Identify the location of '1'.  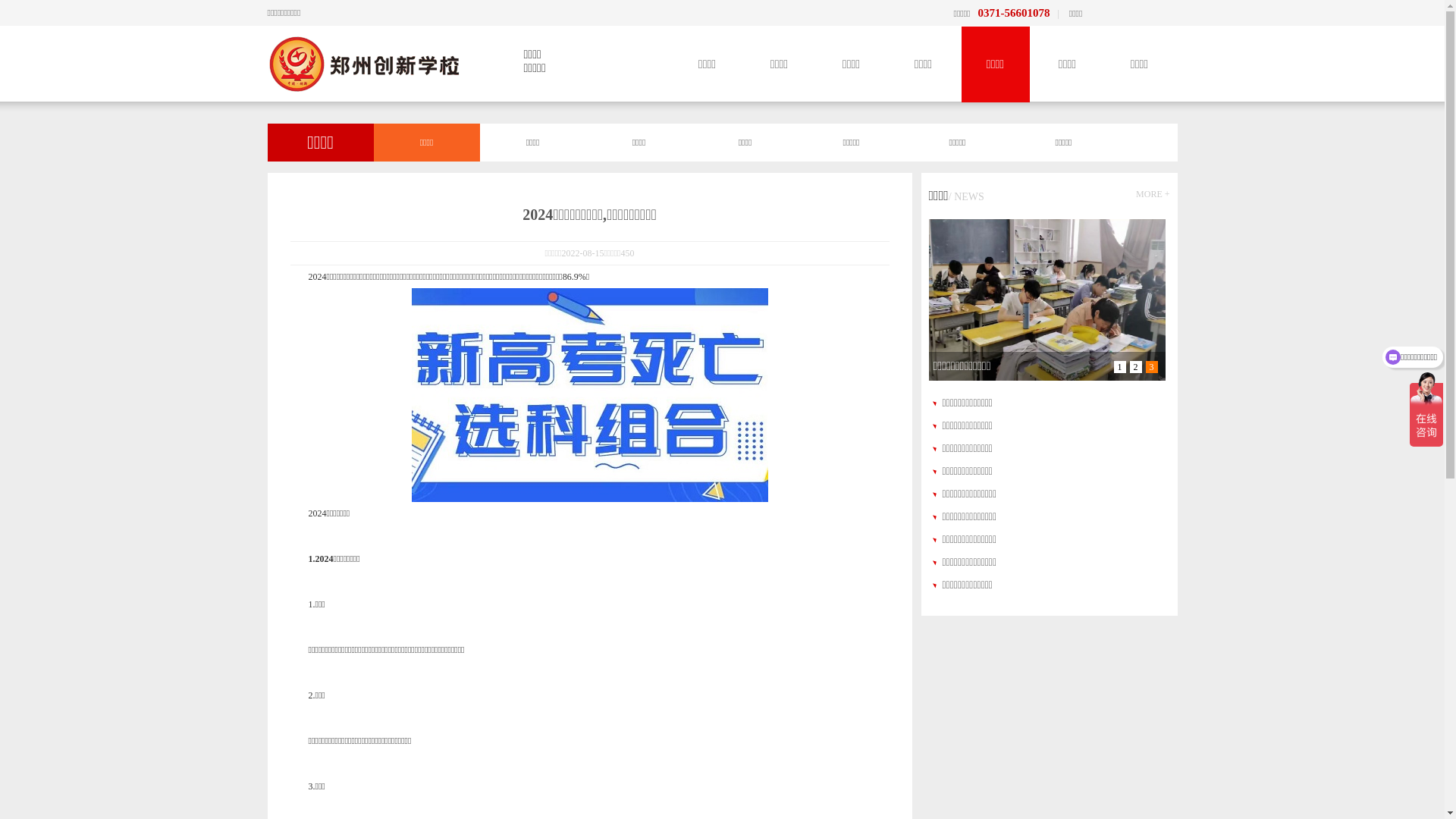
(1119, 366).